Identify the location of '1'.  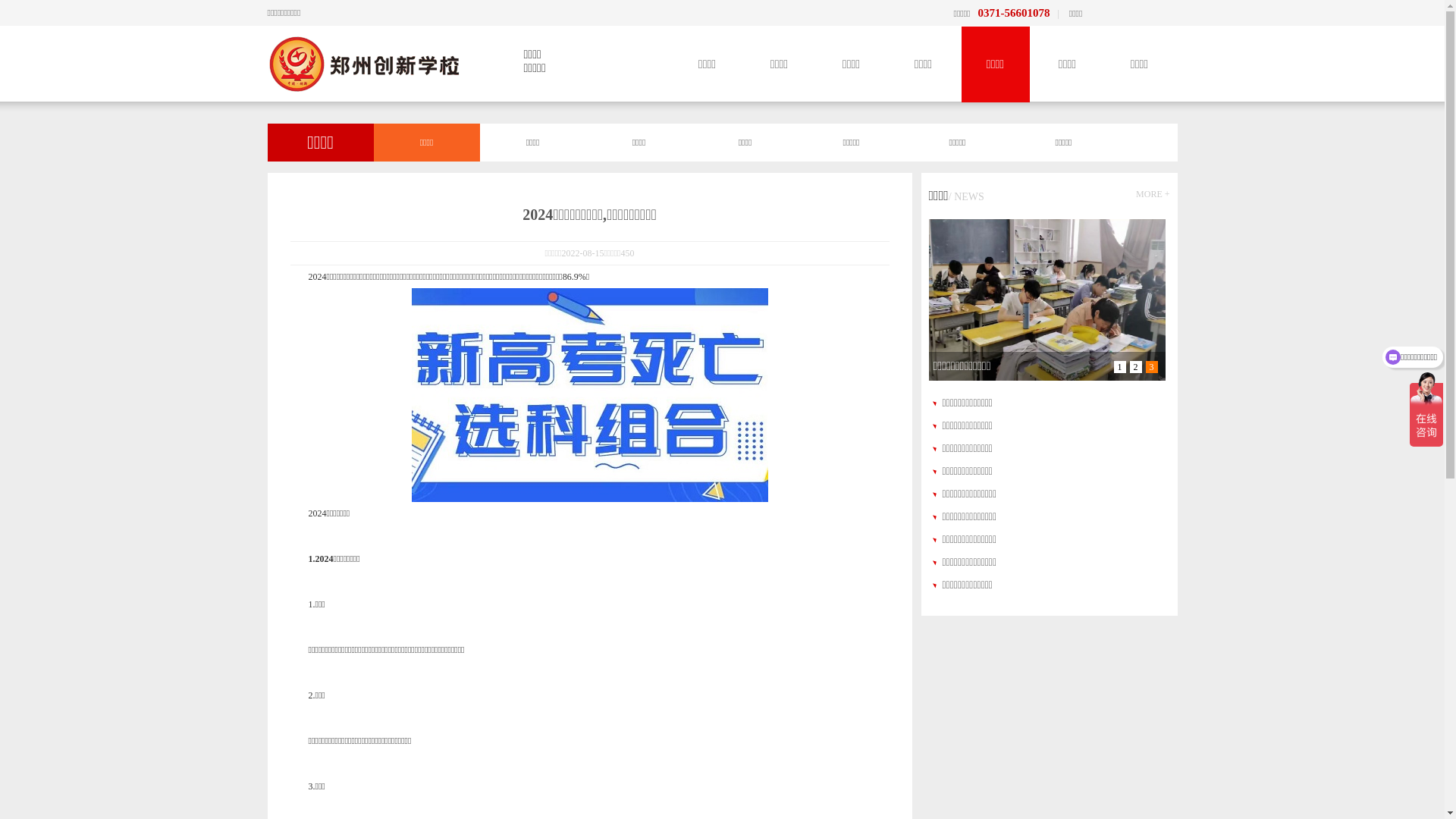
(1119, 366).